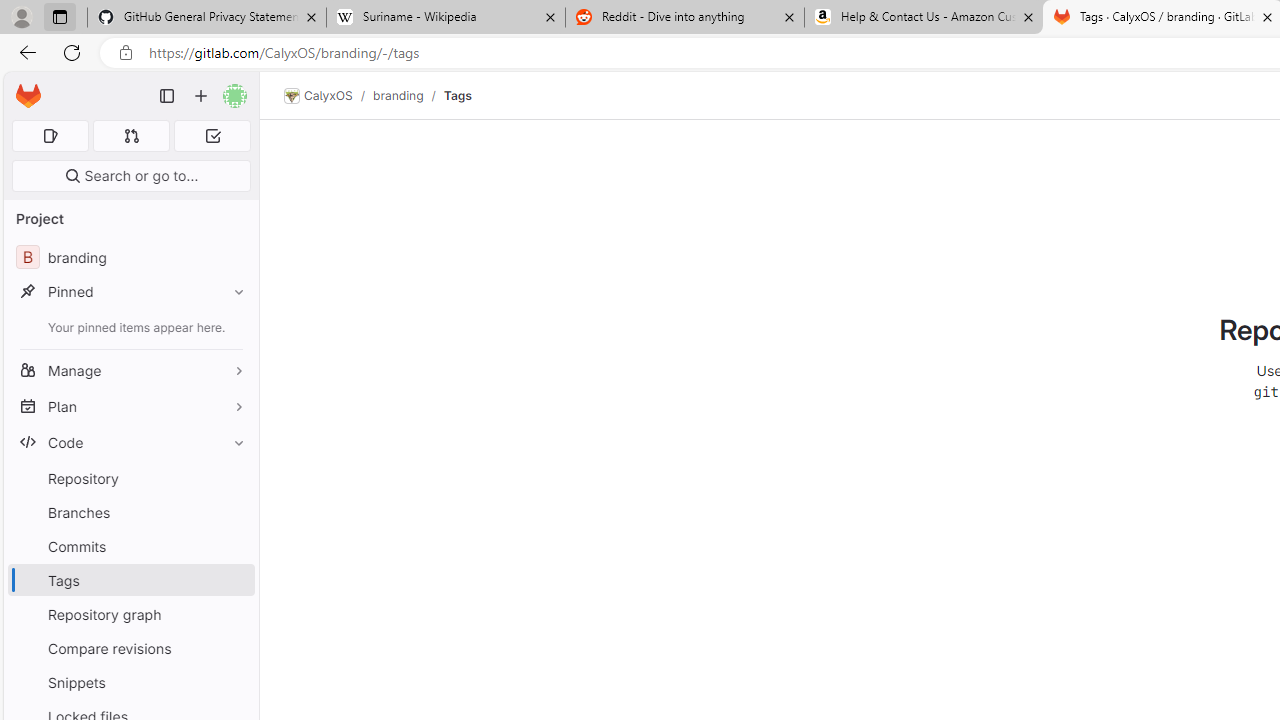  Describe the element at coordinates (130, 511) in the screenshot. I see `'Branches'` at that location.